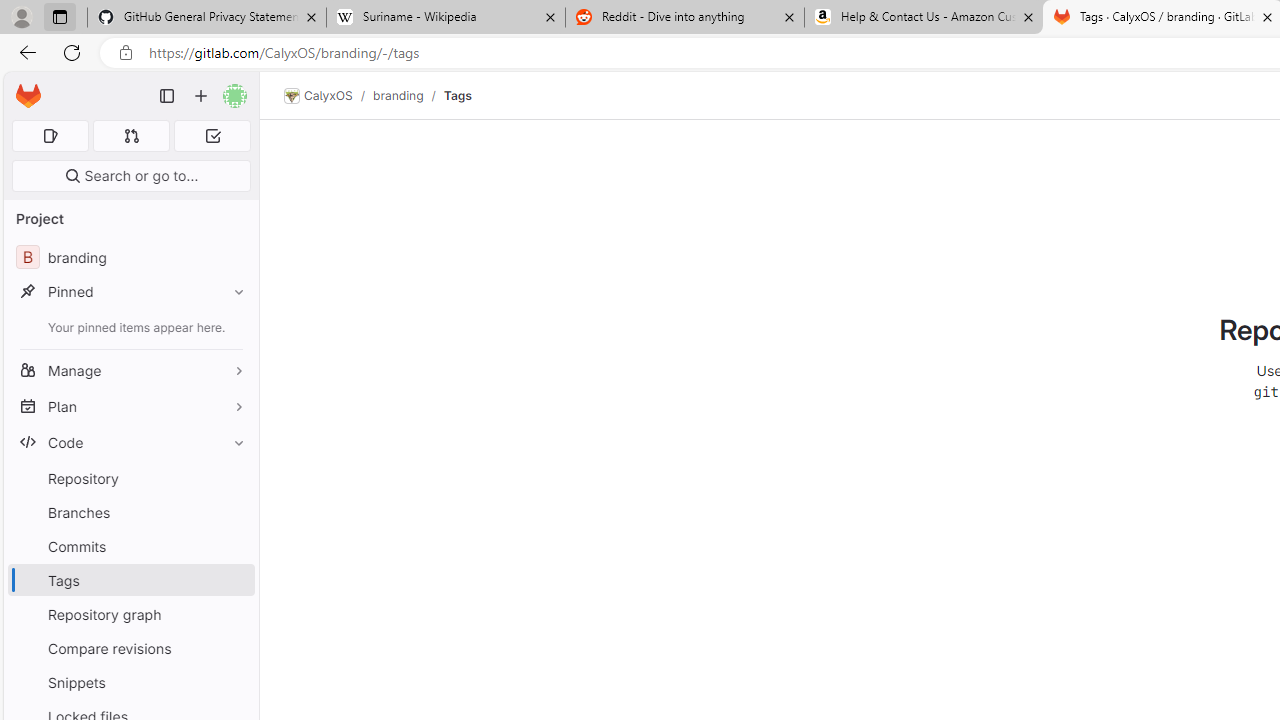  Describe the element at coordinates (130, 511) in the screenshot. I see `'Branches'` at that location.